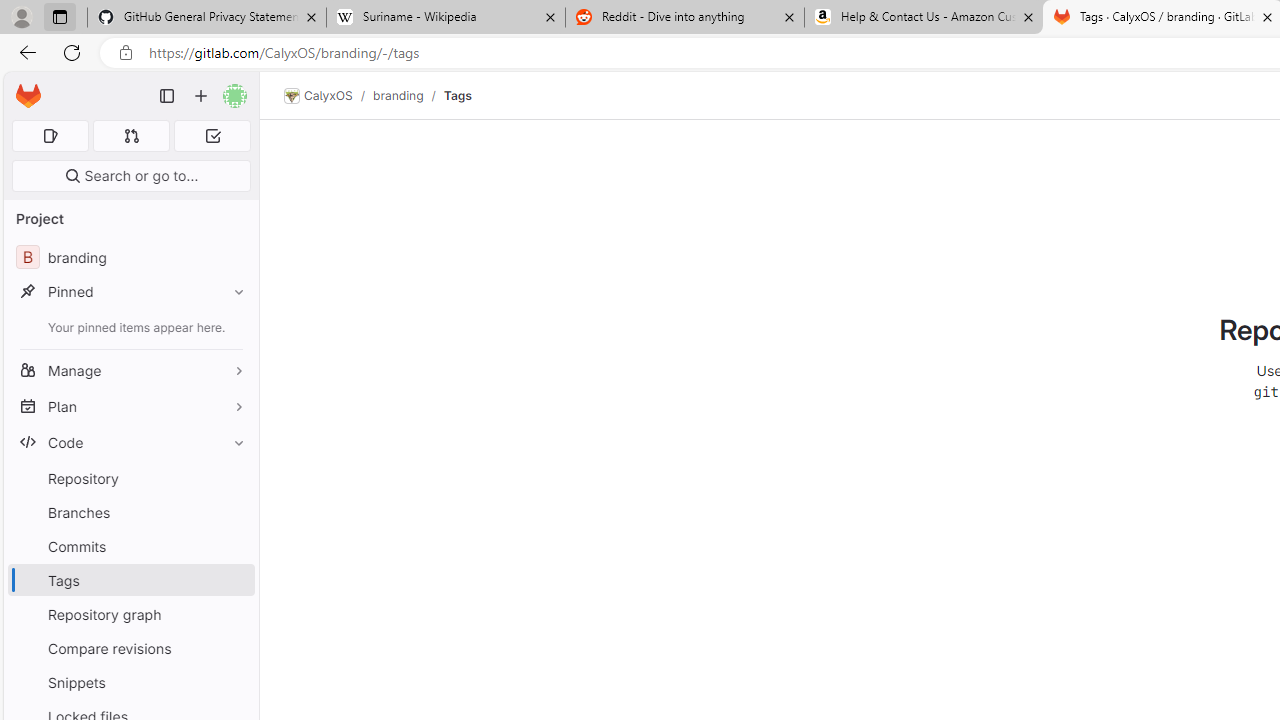  Describe the element at coordinates (130, 511) in the screenshot. I see `'Branches'` at that location.